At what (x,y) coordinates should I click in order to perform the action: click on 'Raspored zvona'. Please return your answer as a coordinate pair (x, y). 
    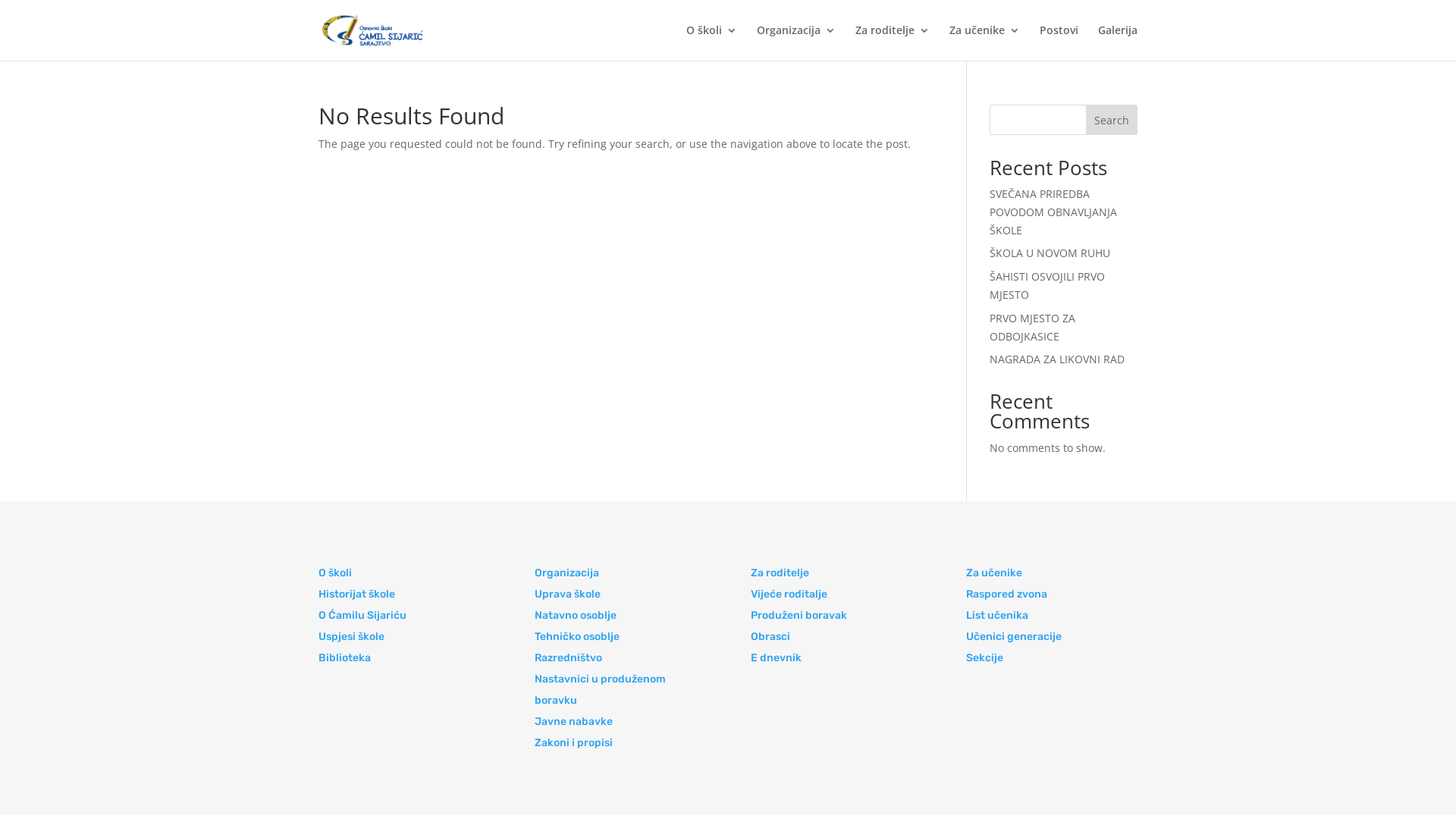
    Looking at the image, I should click on (1006, 593).